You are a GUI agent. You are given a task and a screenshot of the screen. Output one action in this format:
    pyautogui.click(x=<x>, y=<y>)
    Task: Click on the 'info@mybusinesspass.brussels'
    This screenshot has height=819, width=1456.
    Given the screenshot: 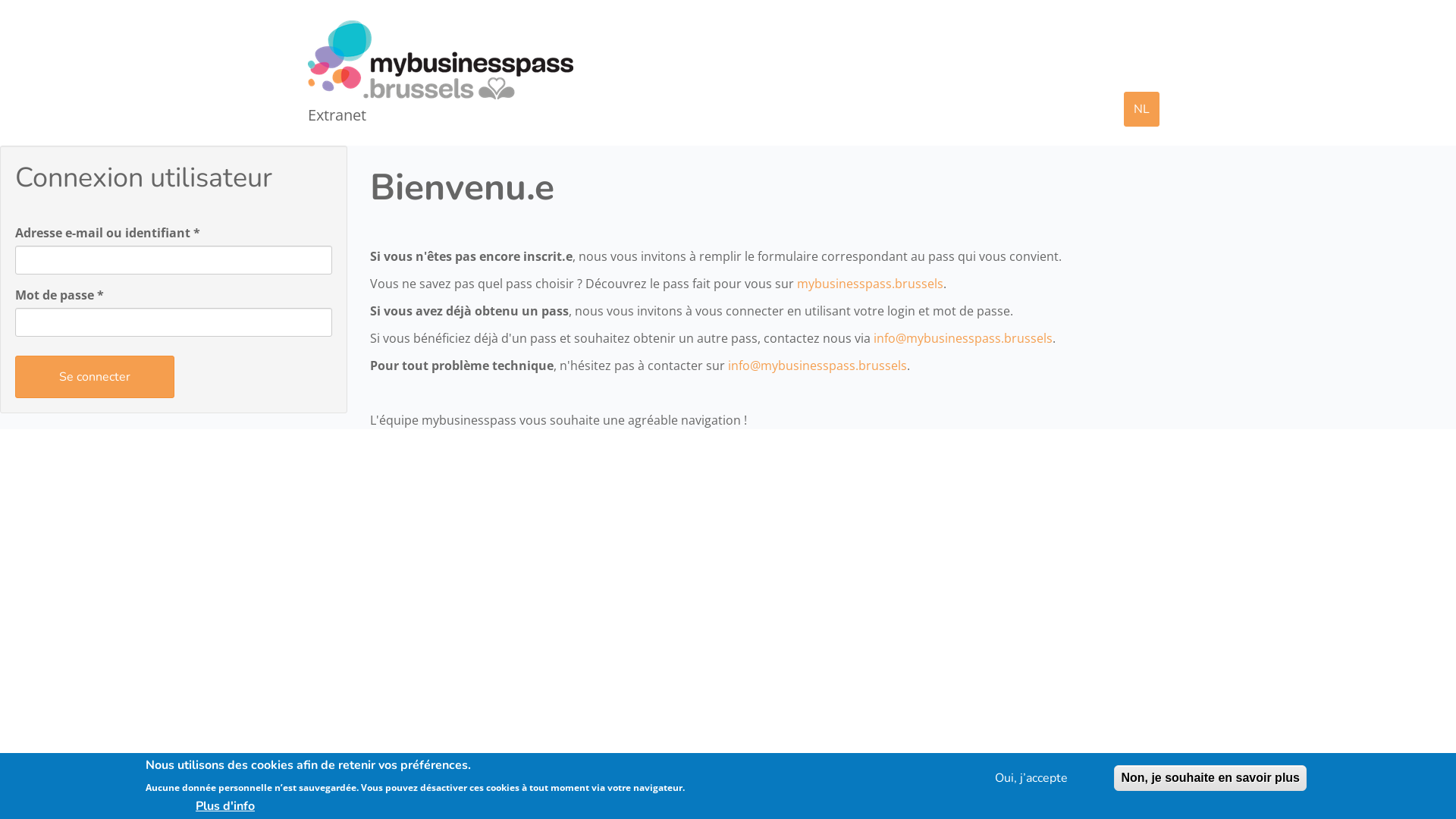 What is the action you would take?
    pyautogui.click(x=817, y=366)
    